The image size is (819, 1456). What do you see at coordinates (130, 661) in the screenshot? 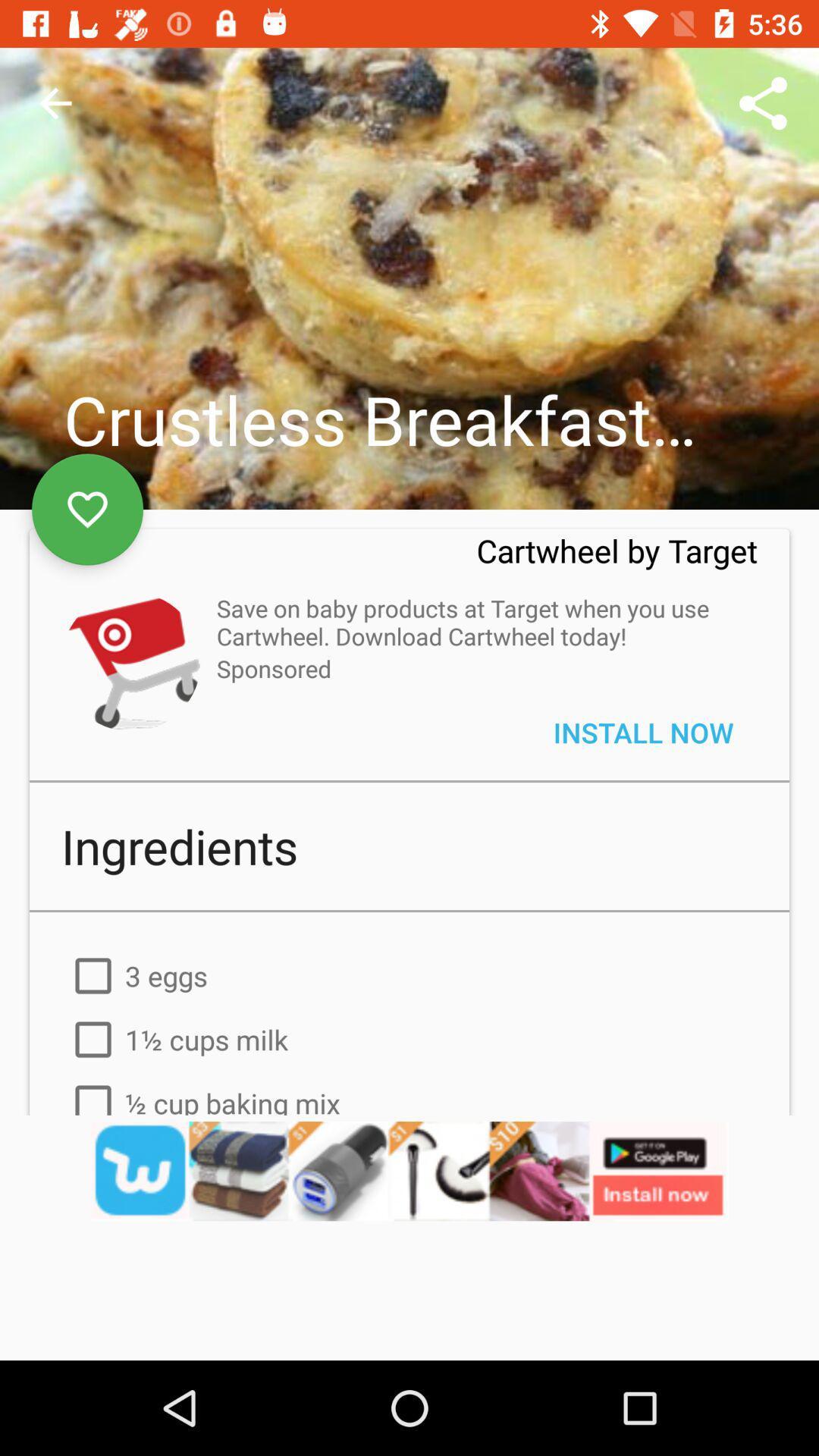
I see `install app` at bounding box center [130, 661].